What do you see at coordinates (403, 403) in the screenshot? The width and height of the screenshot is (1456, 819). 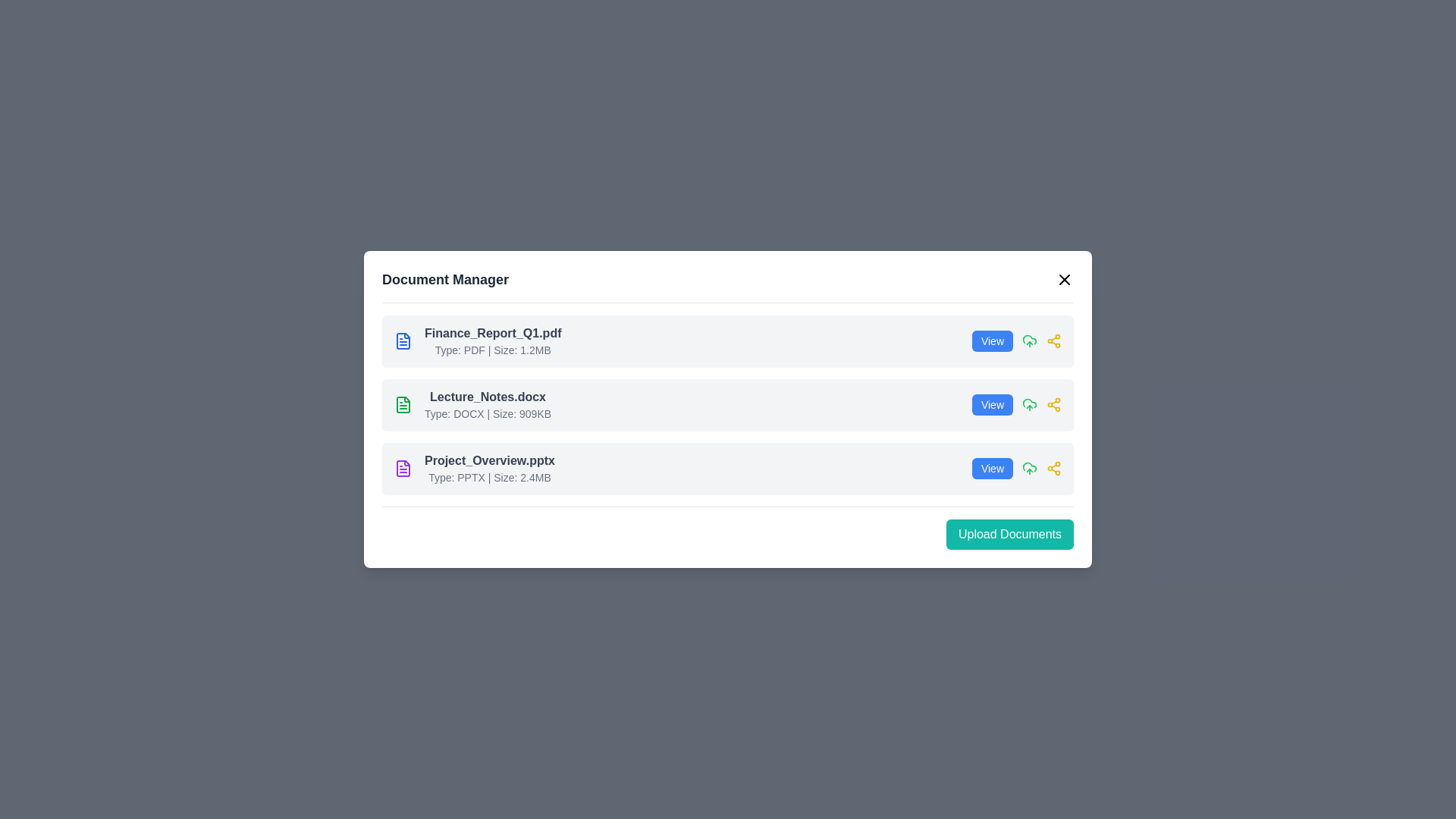 I see `the document icon with a green outline that is located to the left of the text 'Lecture_Notes.docx' in the second row of the document list interface` at bounding box center [403, 403].